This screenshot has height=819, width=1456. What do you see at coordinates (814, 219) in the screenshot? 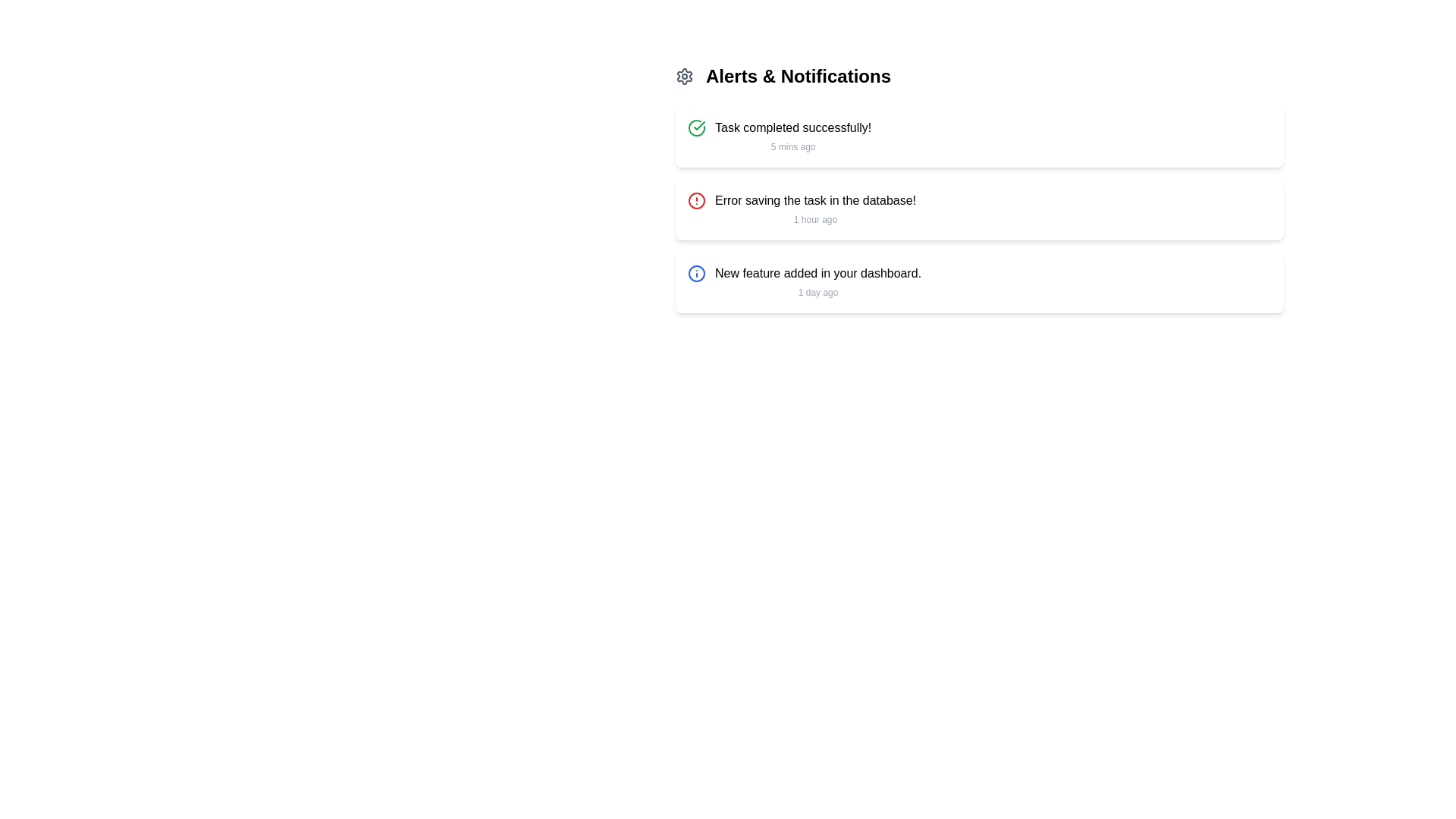
I see `the timestamp text label located at the bottom left of the second alert in the 'Alerts & Notifications' section` at bounding box center [814, 219].